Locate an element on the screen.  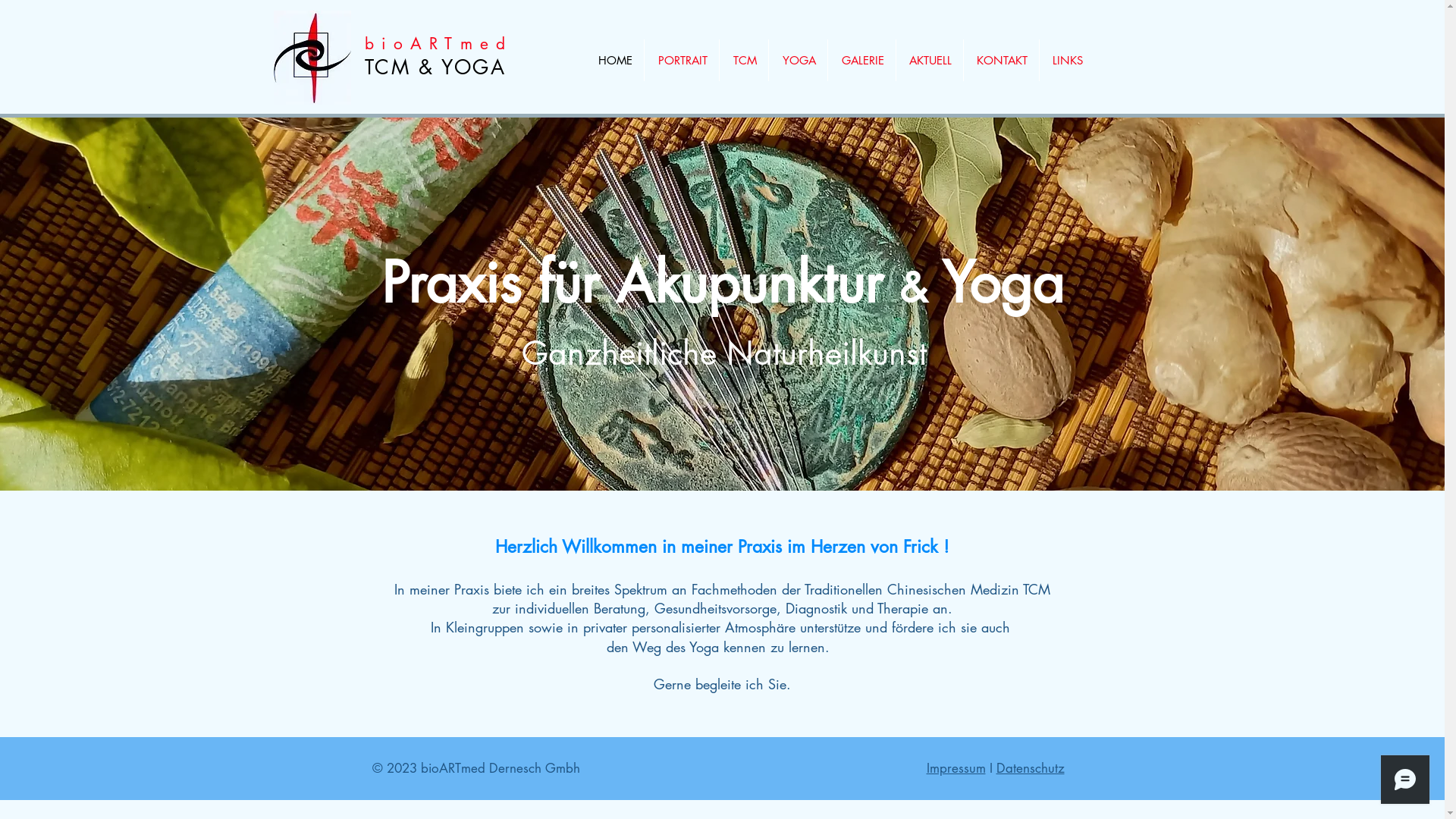
'AKTUELL' is located at coordinates (928, 59).